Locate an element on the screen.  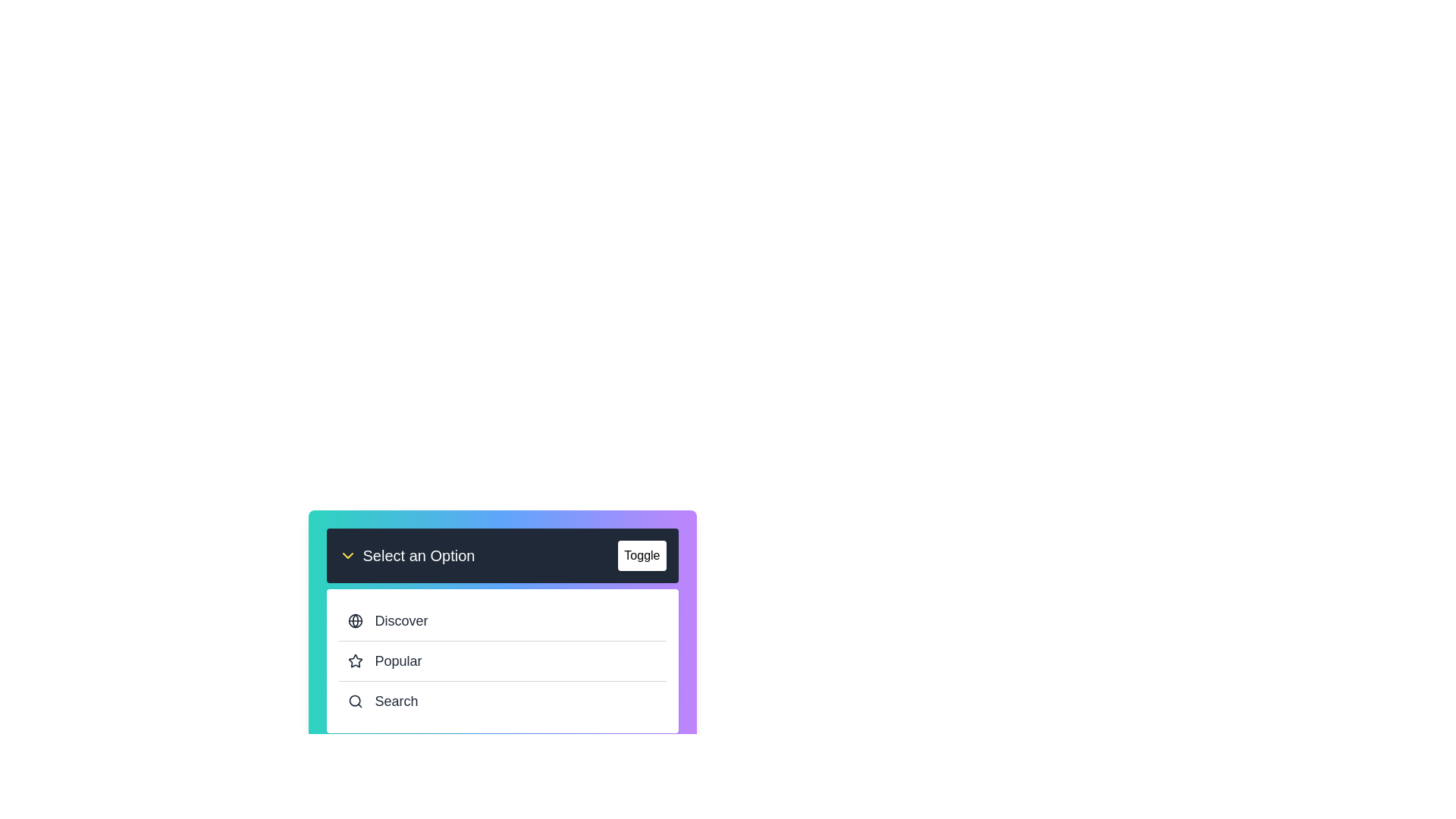
the Search from the dropdown menu is located at coordinates (502, 701).